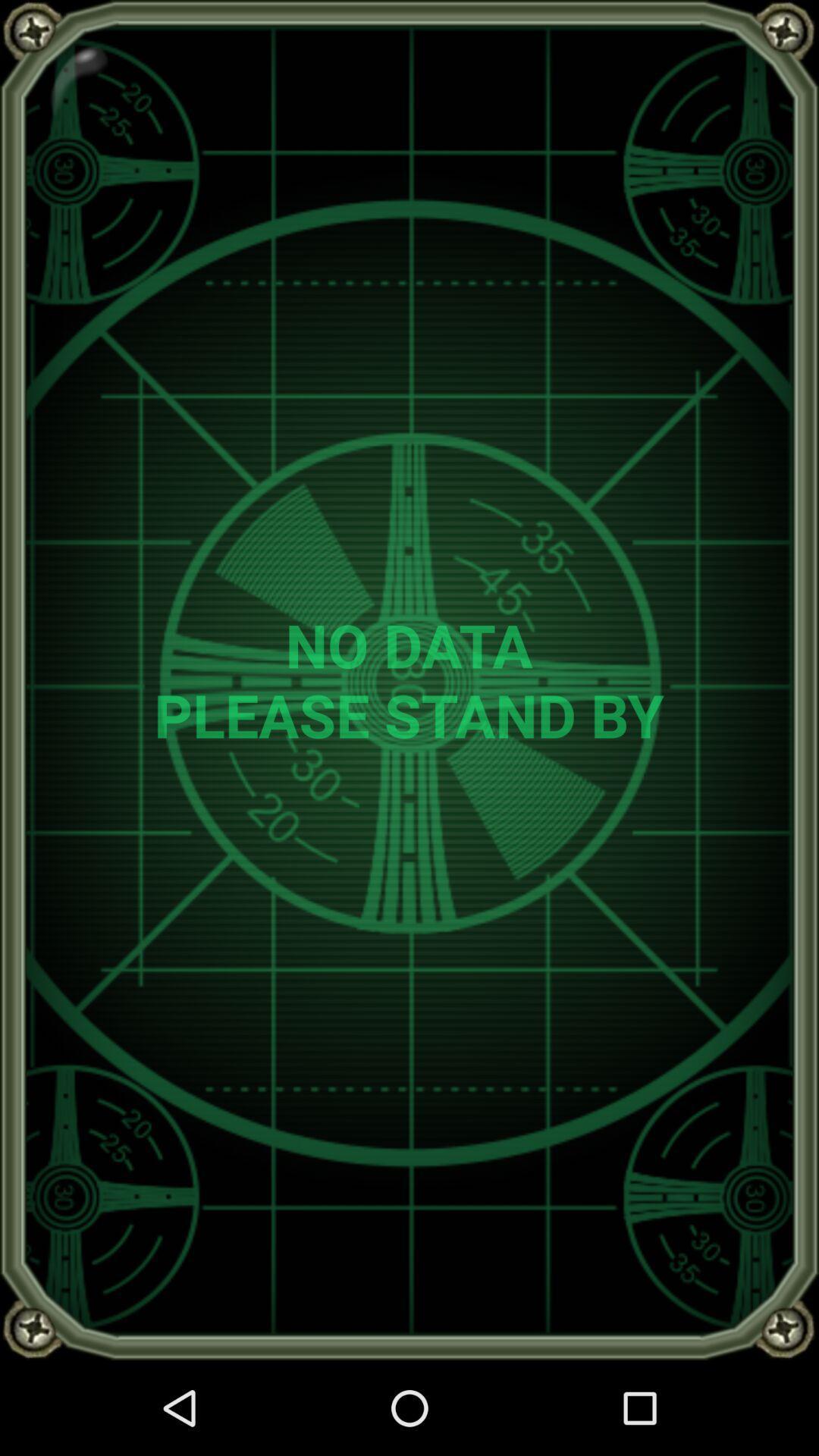  I want to click on the no data please app, so click(408, 679).